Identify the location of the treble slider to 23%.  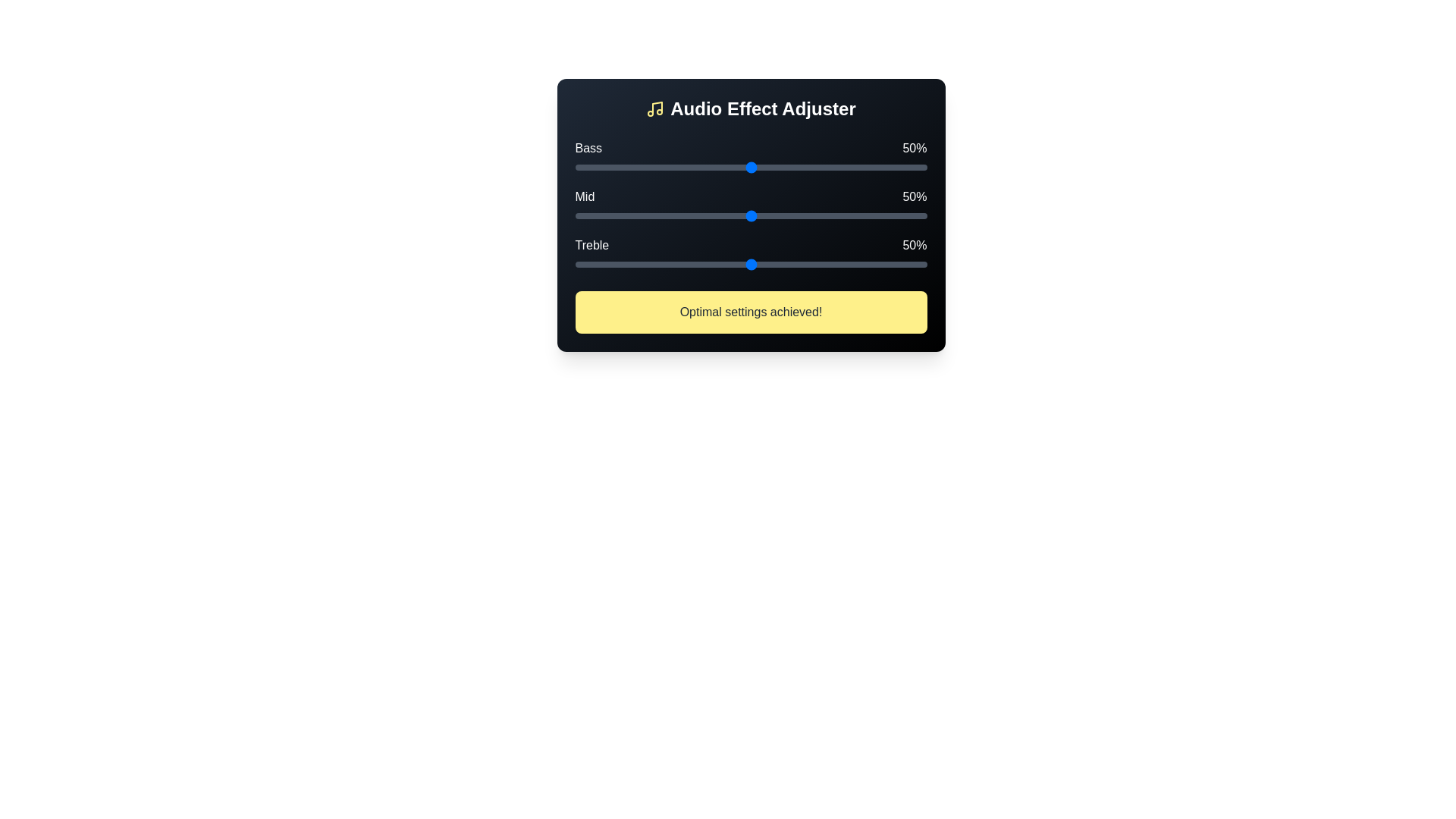
(656, 263).